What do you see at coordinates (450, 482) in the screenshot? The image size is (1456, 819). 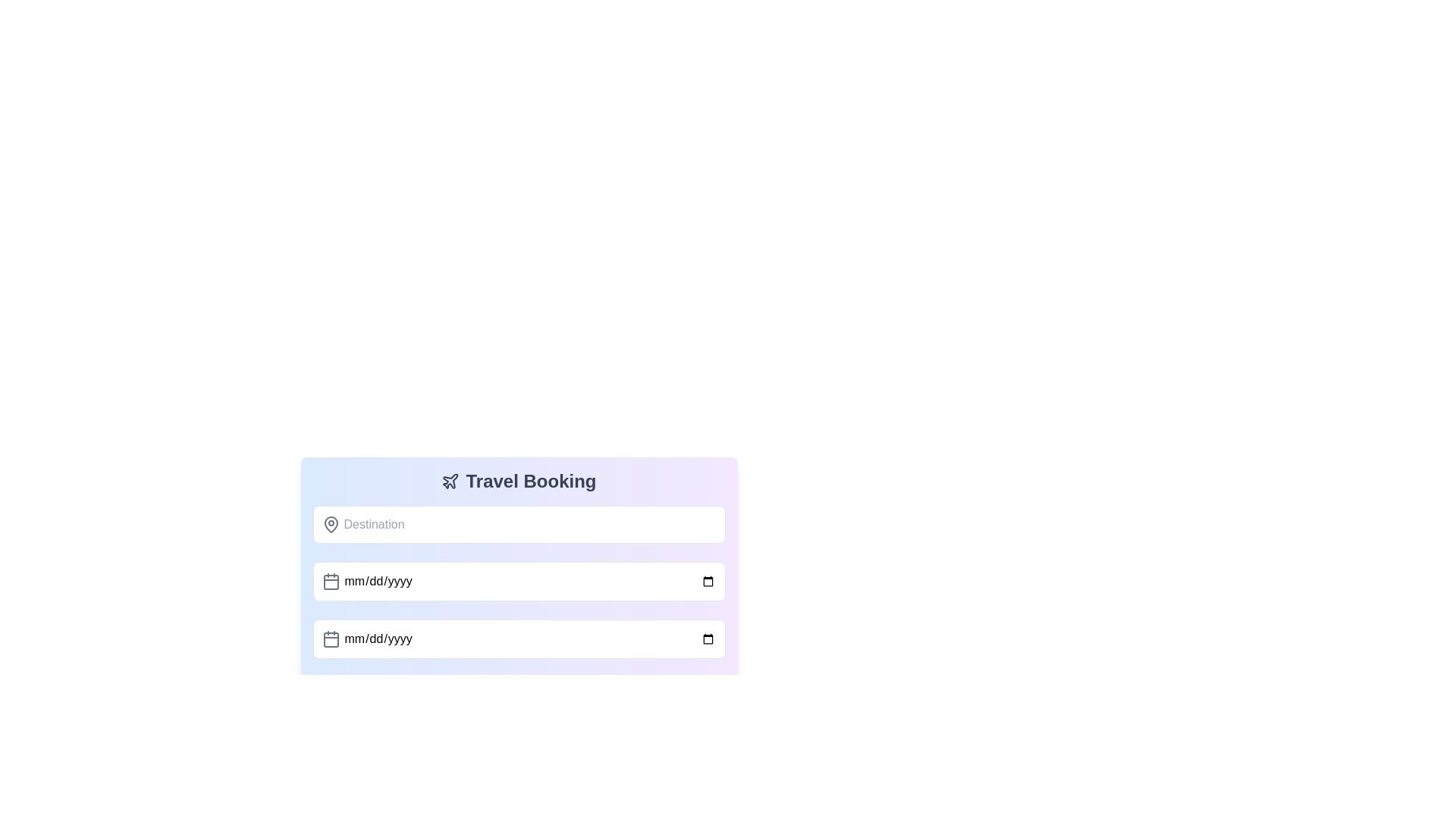 I see `the airplane icon located to the left of the 'Travel Booking' title in the centered header element` at bounding box center [450, 482].